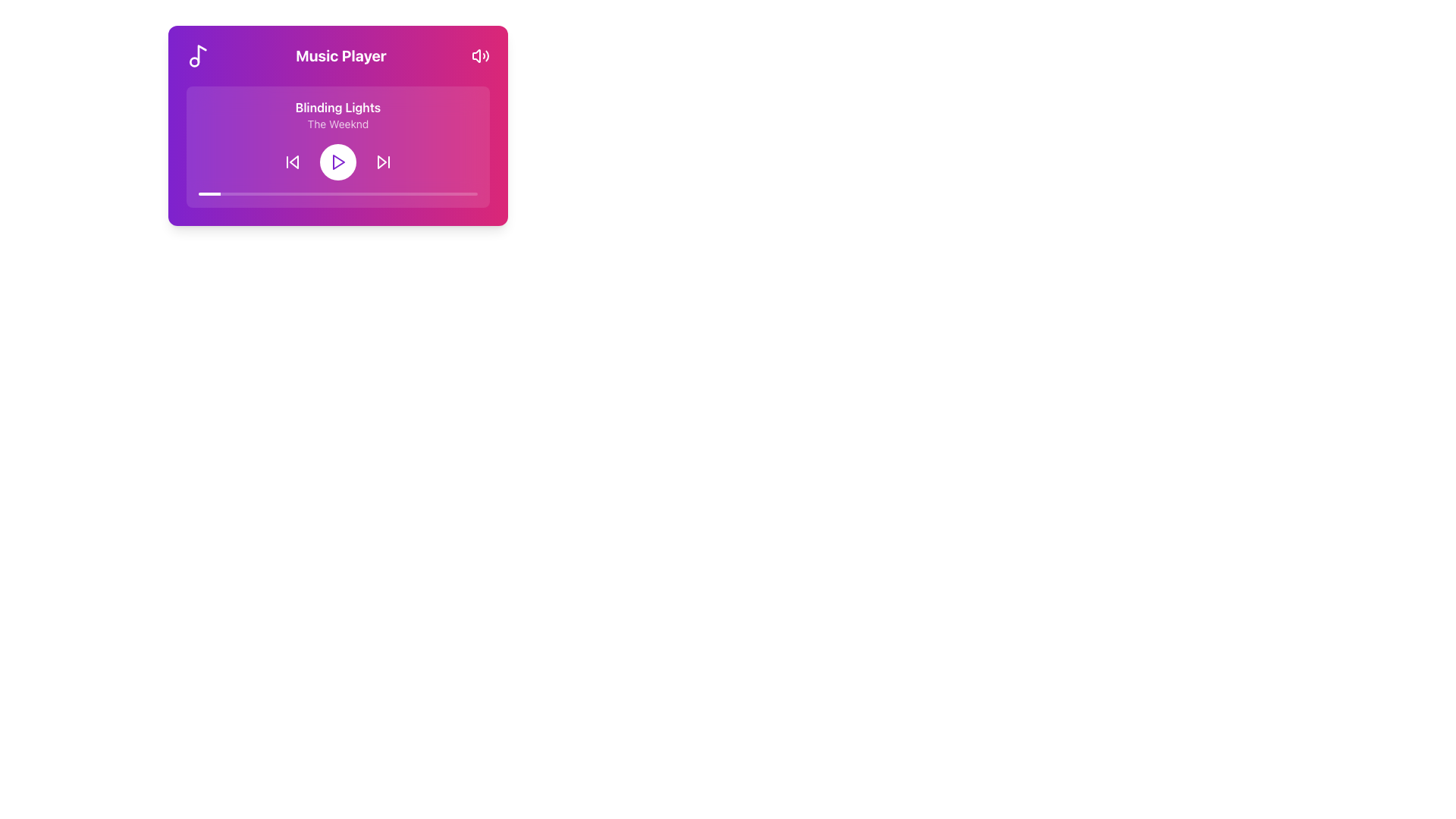  Describe the element at coordinates (479, 55) in the screenshot. I see `the volume control icon located at the top-right corner of the 'Music Player' section to mute/unmute the audio output` at that location.